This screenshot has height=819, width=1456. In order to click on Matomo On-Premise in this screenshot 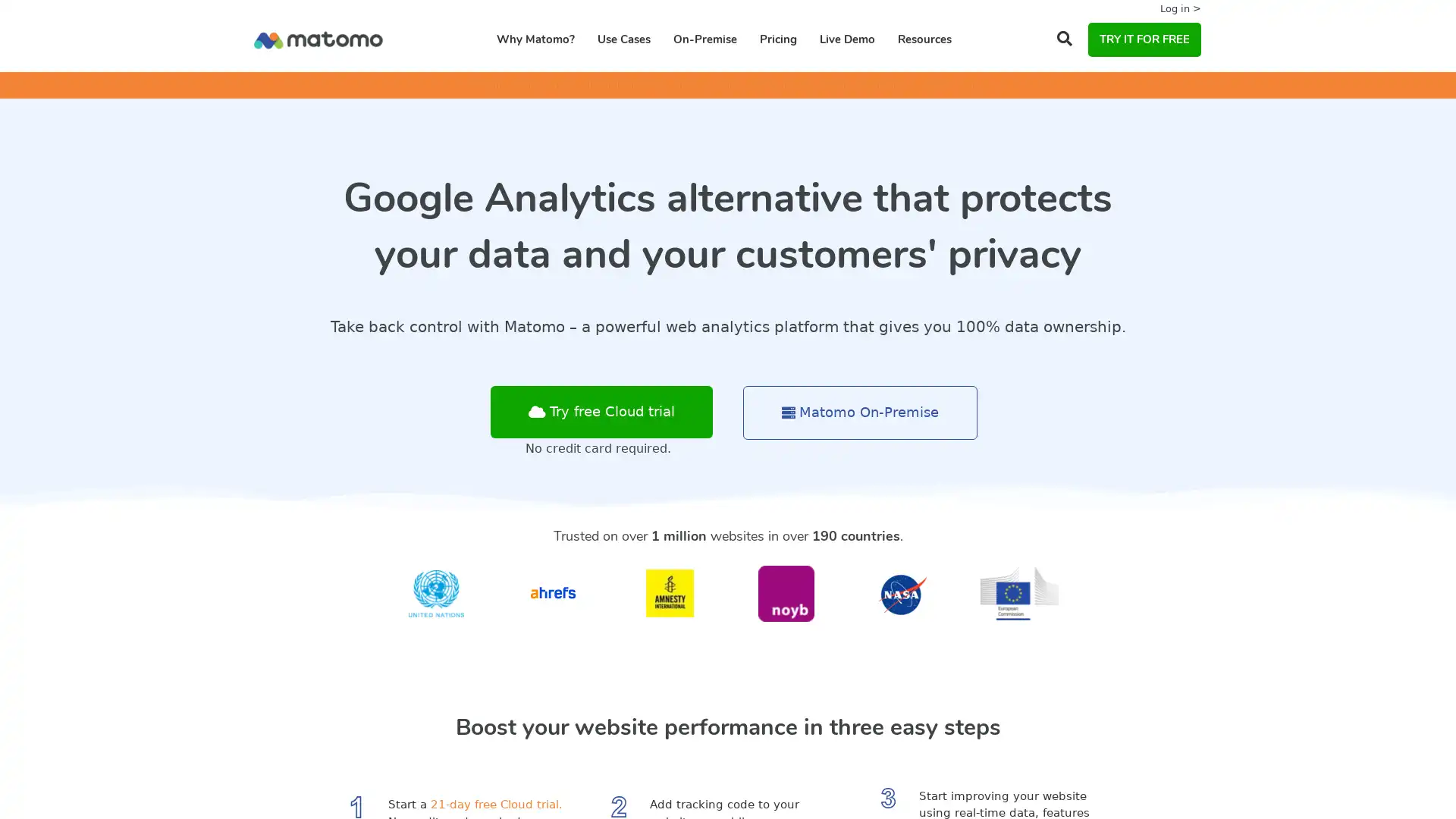, I will do `click(860, 413)`.